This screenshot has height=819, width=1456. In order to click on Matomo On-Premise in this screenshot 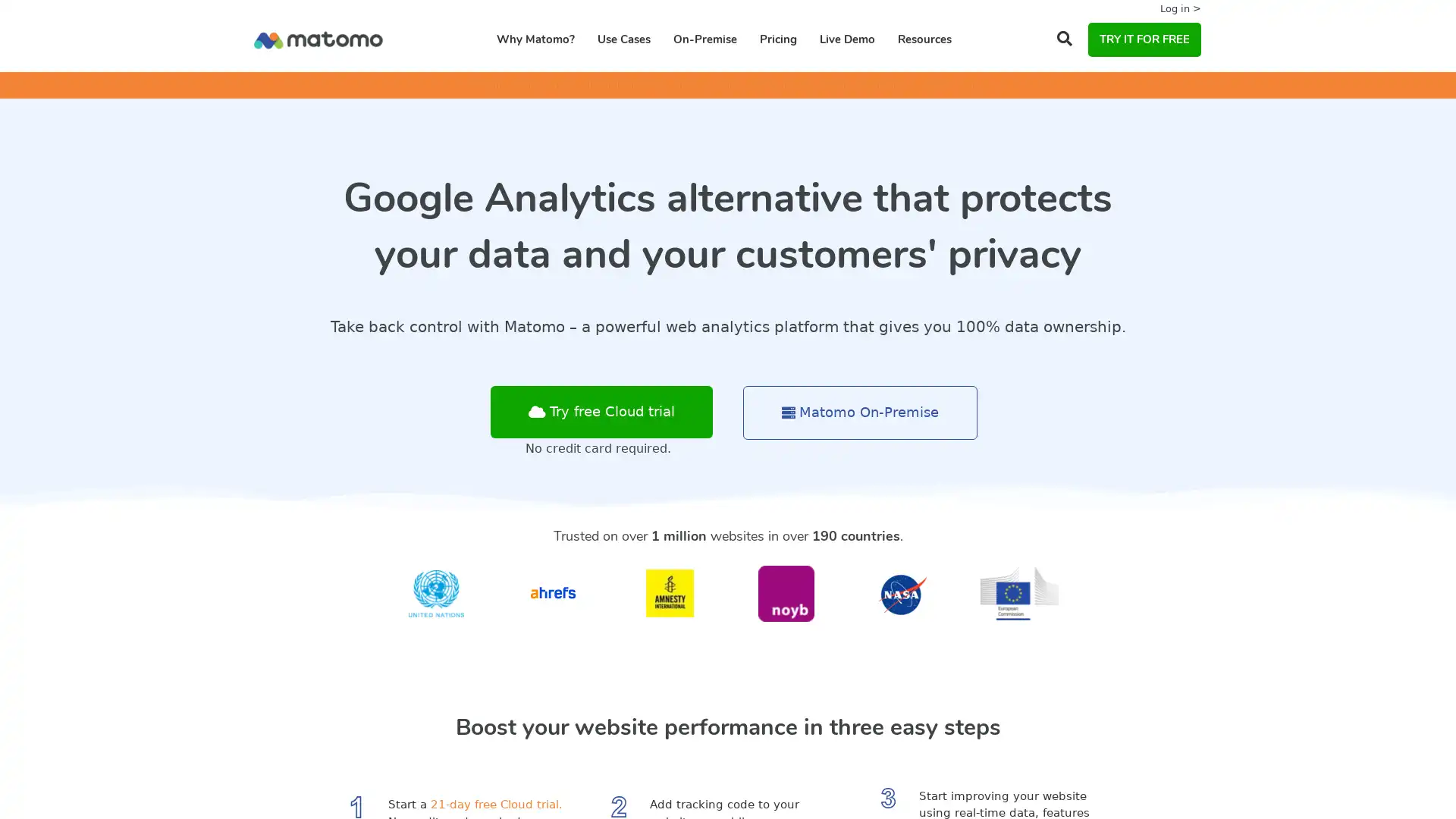, I will do `click(860, 413)`.